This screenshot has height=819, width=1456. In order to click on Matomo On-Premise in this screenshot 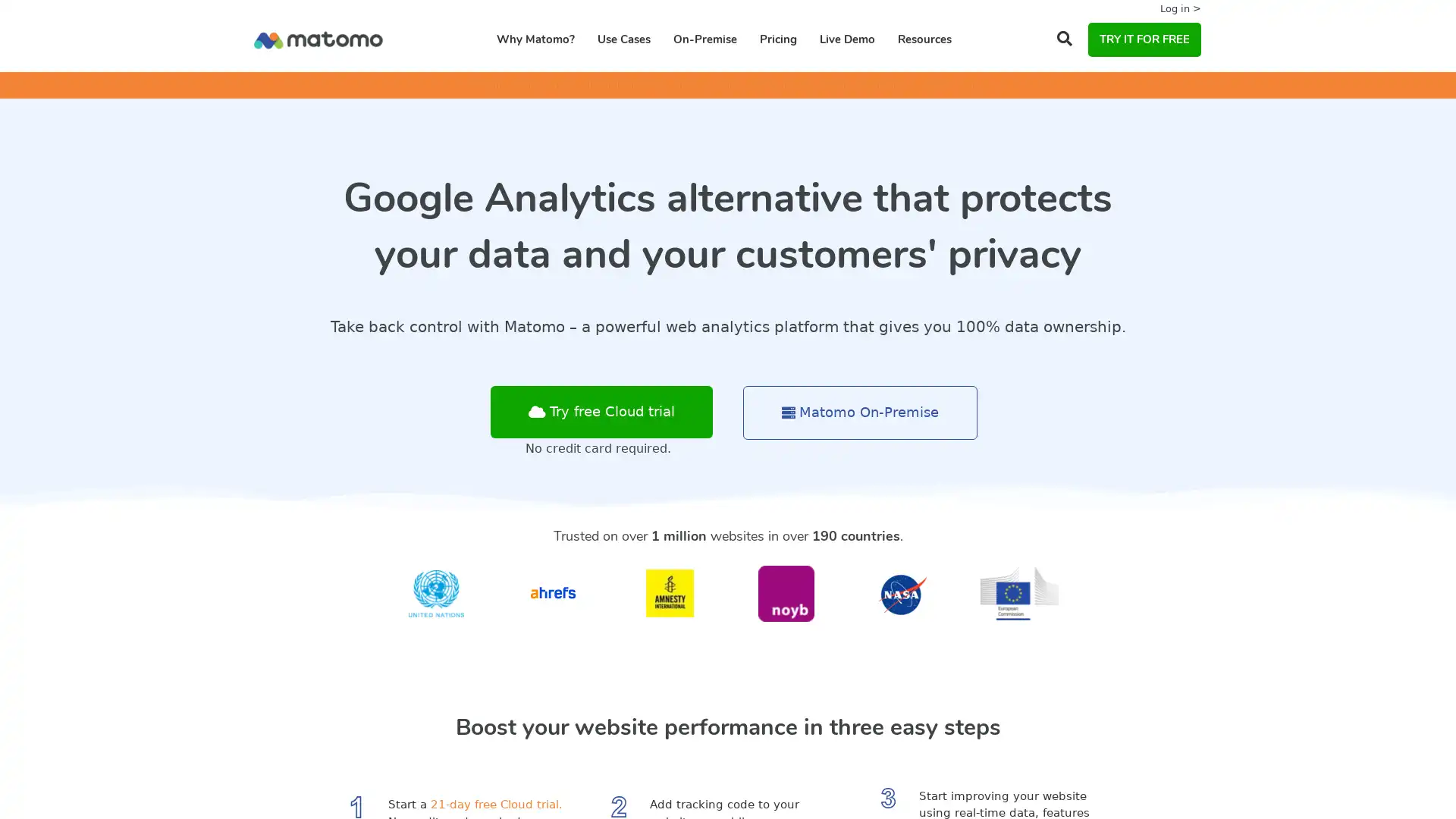, I will do `click(860, 413)`.